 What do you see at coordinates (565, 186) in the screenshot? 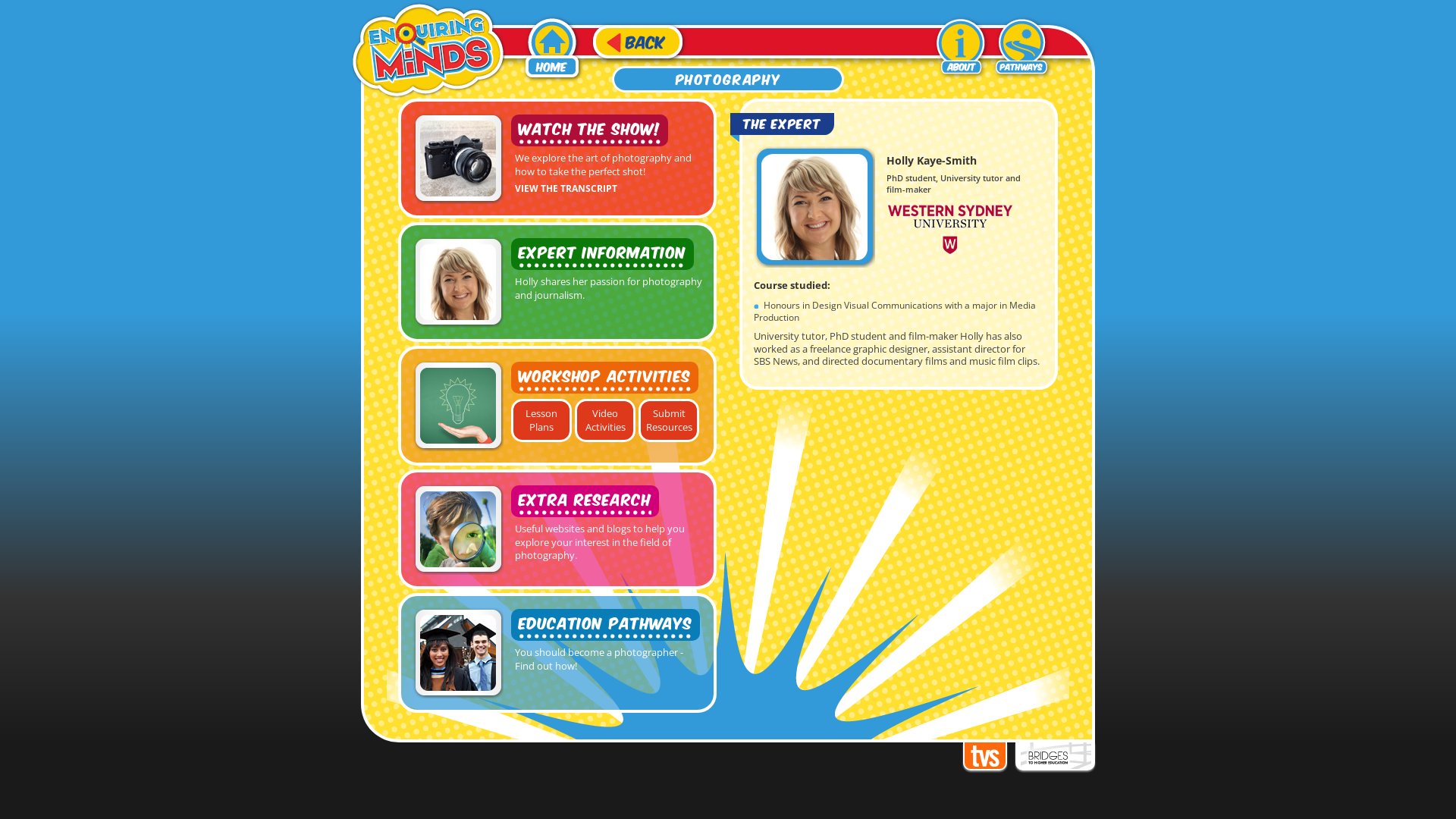
I see `'VIEW THE TRANSCRIPT'` at bounding box center [565, 186].